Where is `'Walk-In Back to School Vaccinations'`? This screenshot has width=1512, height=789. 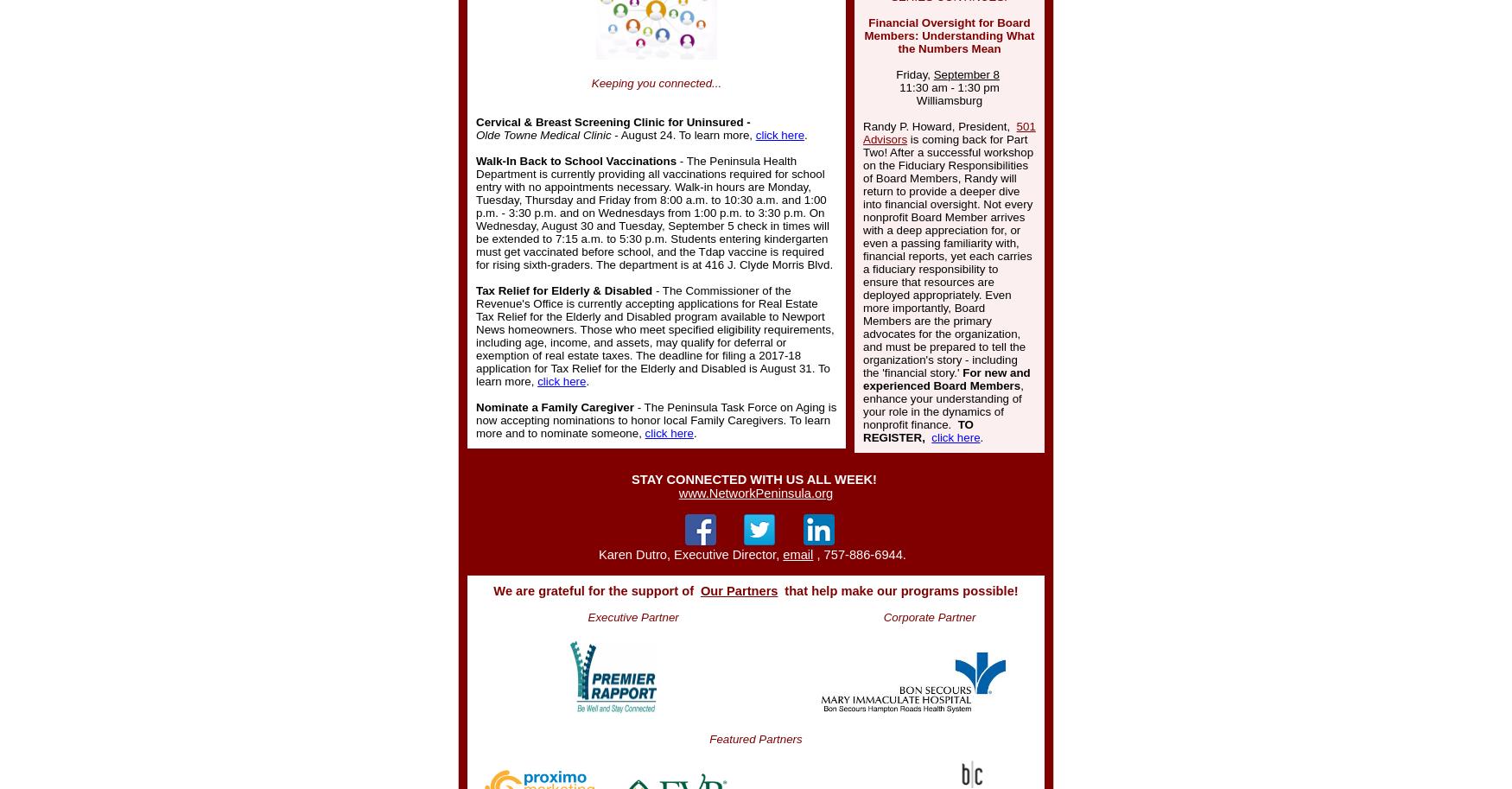 'Walk-In Back to School Vaccinations' is located at coordinates (475, 161).